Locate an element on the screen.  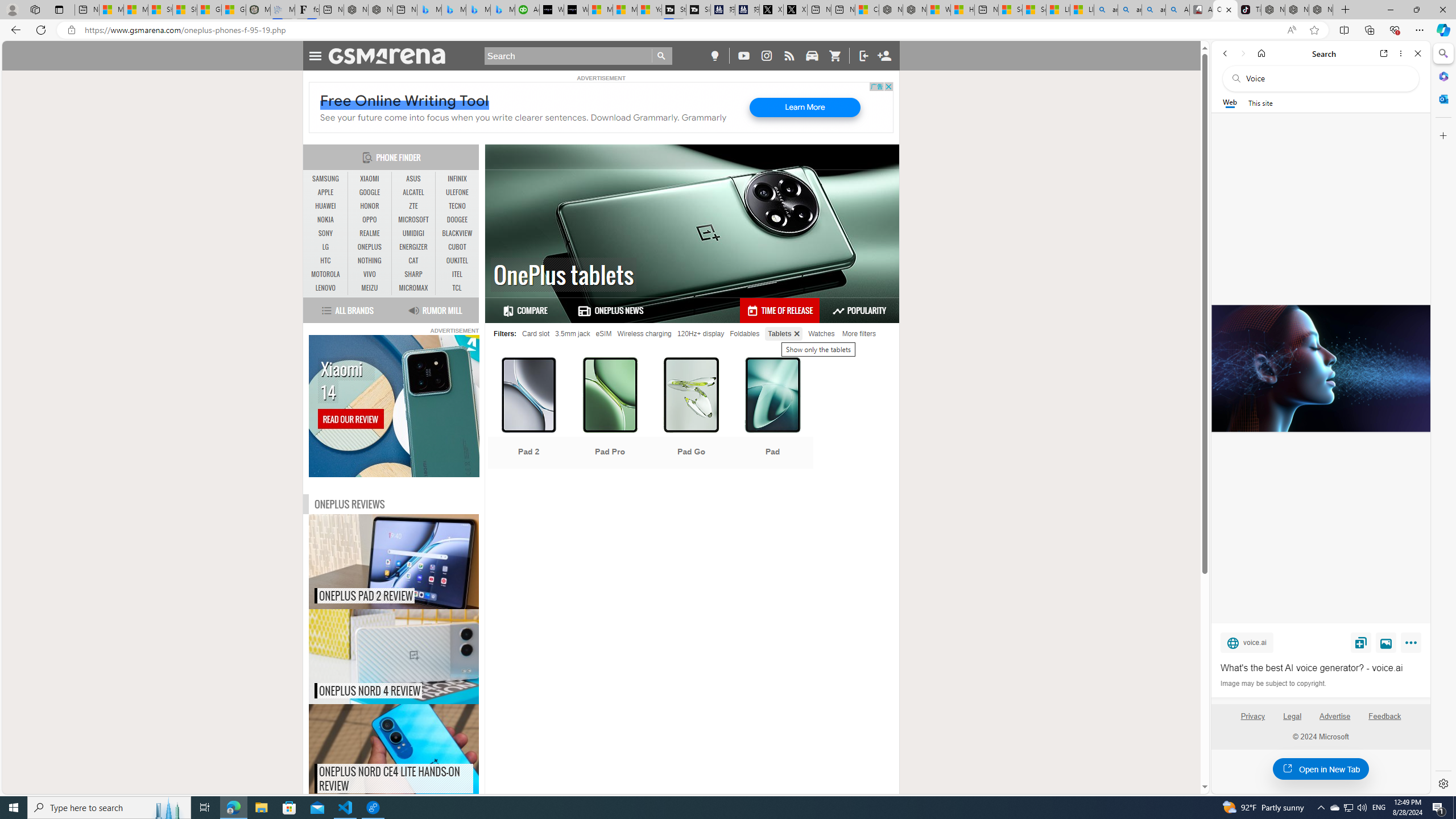
'LG' is located at coordinates (325, 246).